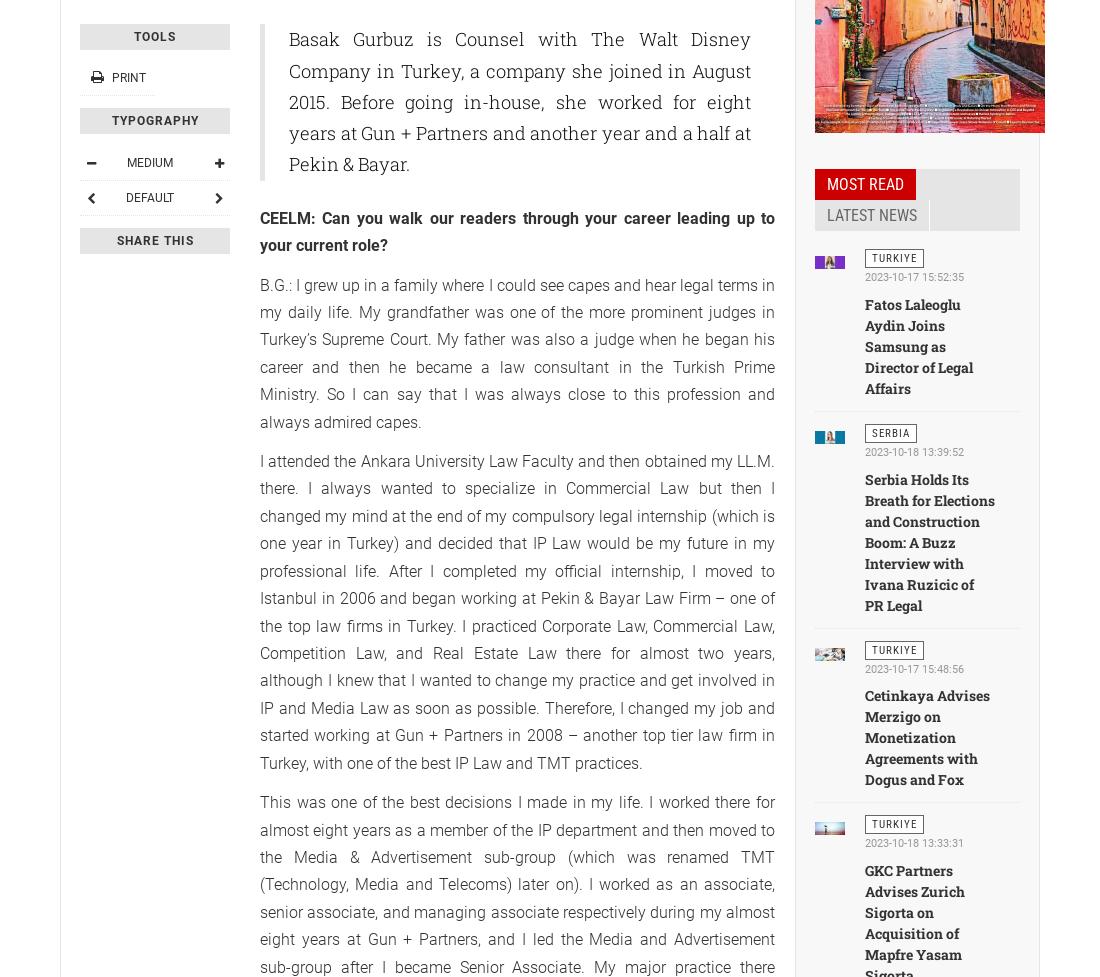  Describe the element at coordinates (864, 183) in the screenshot. I see `'Most read'` at that location.